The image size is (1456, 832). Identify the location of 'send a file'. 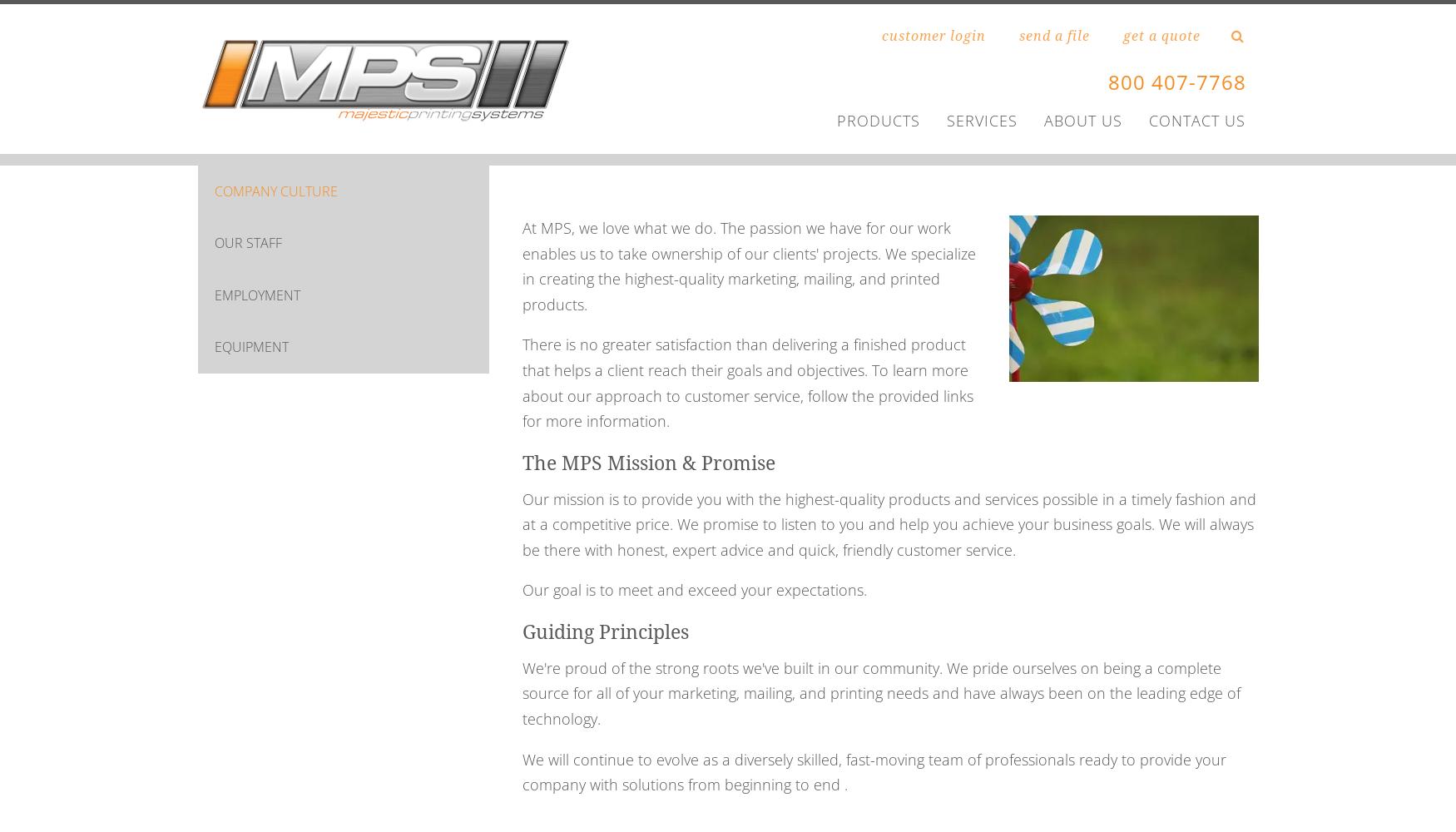
(1052, 36).